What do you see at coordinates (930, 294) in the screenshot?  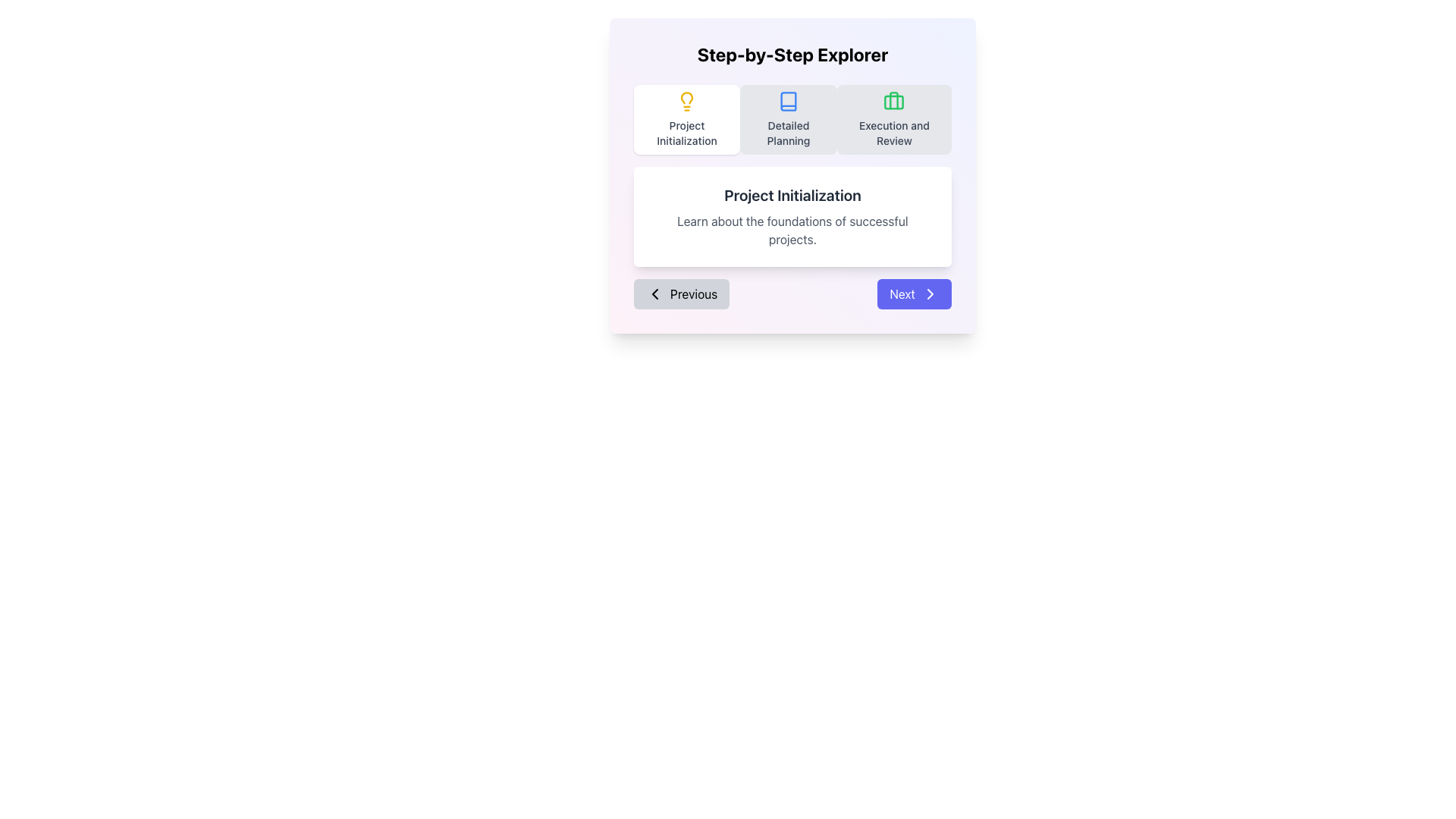 I see `the navigation arrow icon within the 'Next' button located at the bottom-right corner of the dialog box` at bounding box center [930, 294].